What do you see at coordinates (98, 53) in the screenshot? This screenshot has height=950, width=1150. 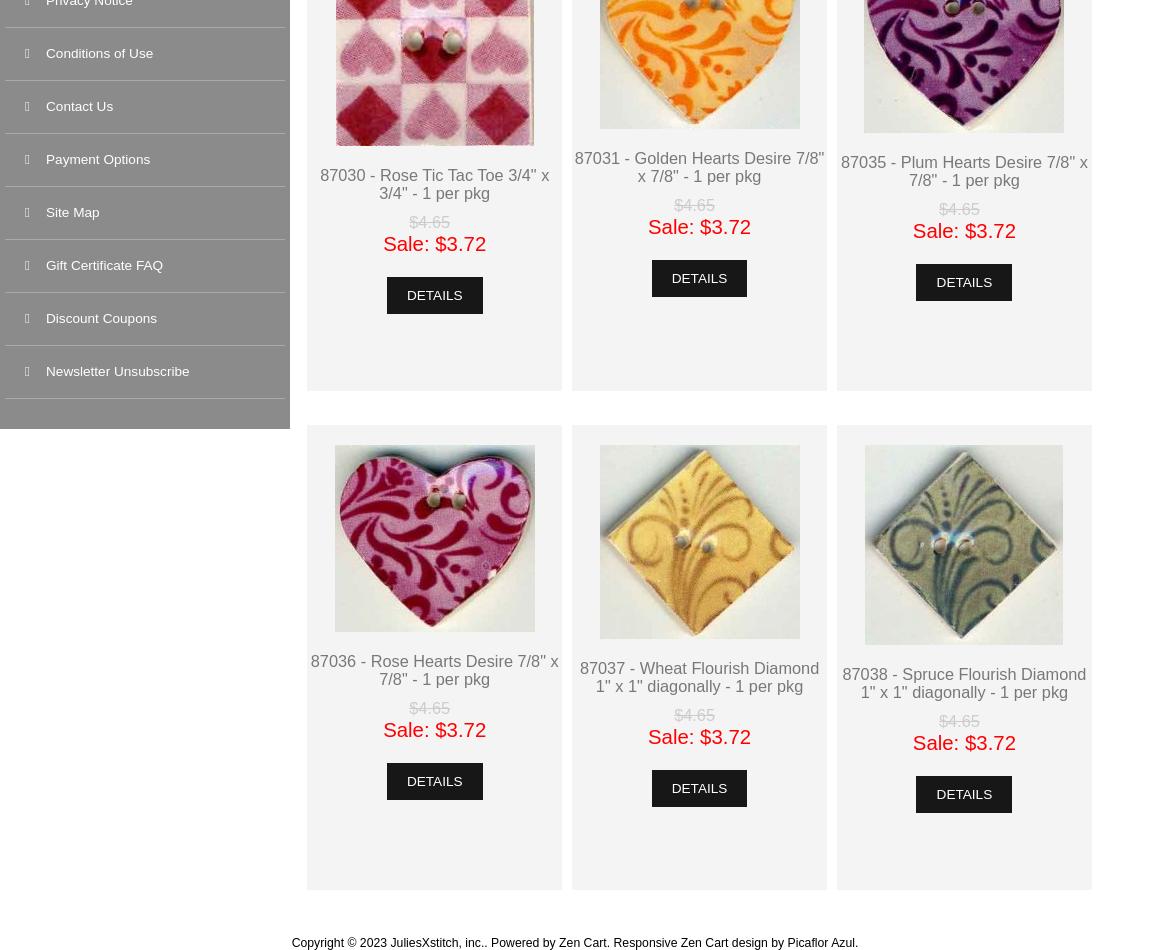 I see `'Conditions of Use'` at bounding box center [98, 53].